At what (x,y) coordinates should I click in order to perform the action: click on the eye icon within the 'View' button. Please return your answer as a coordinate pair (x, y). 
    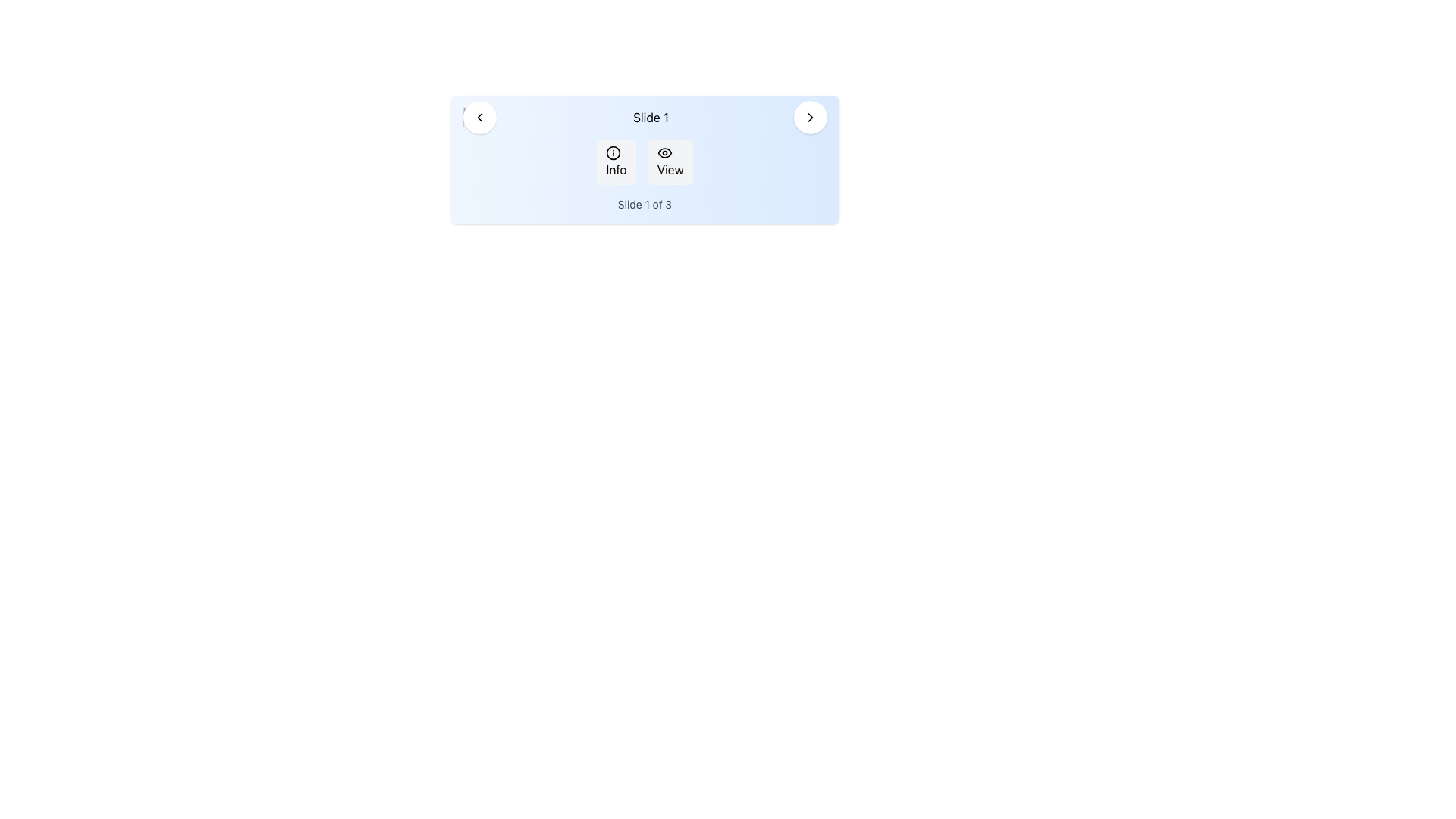
    Looking at the image, I should click on (664, 152).